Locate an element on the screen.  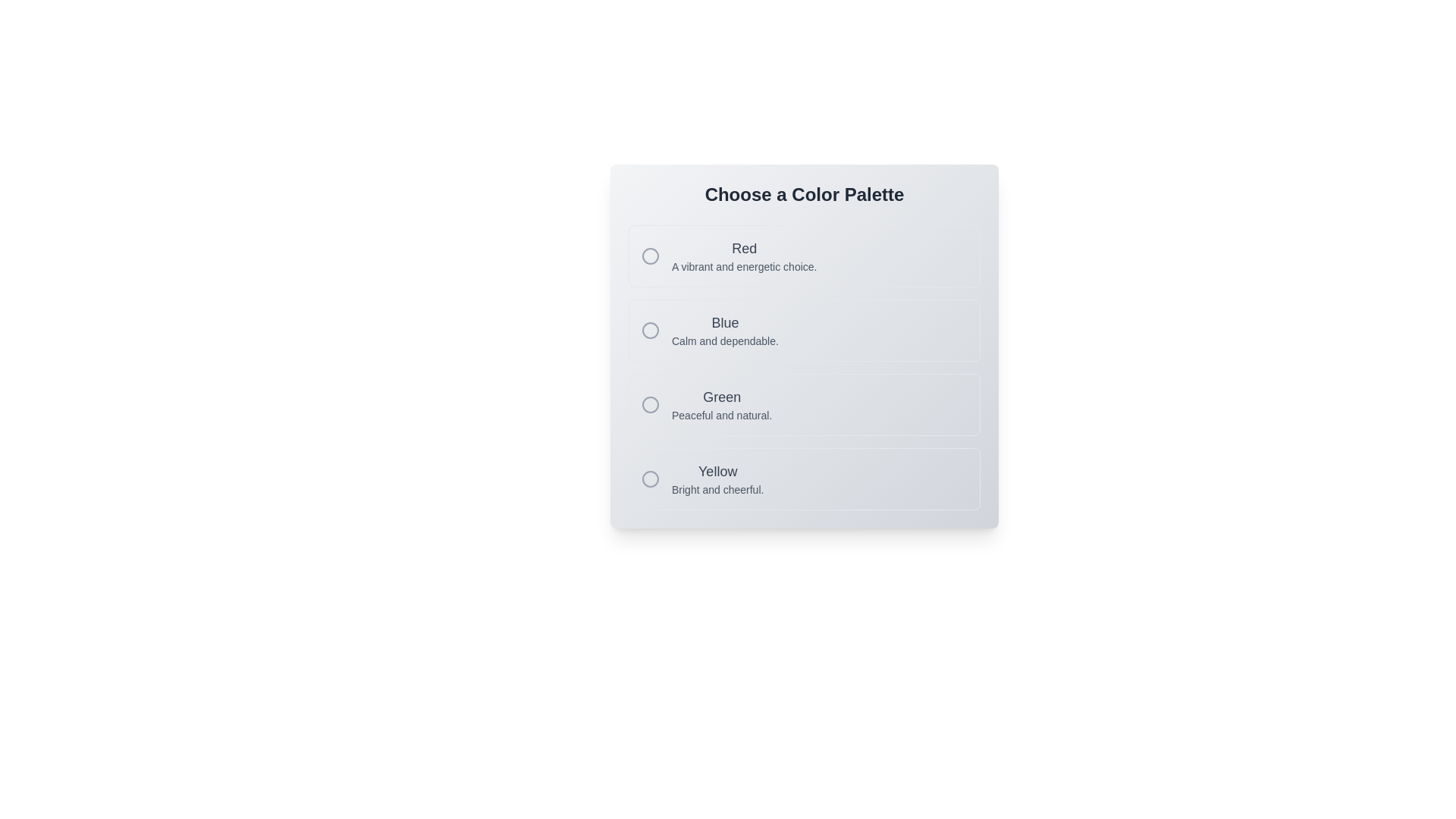
the radio button labeled 'Red' is located at coordinates (651, 256).